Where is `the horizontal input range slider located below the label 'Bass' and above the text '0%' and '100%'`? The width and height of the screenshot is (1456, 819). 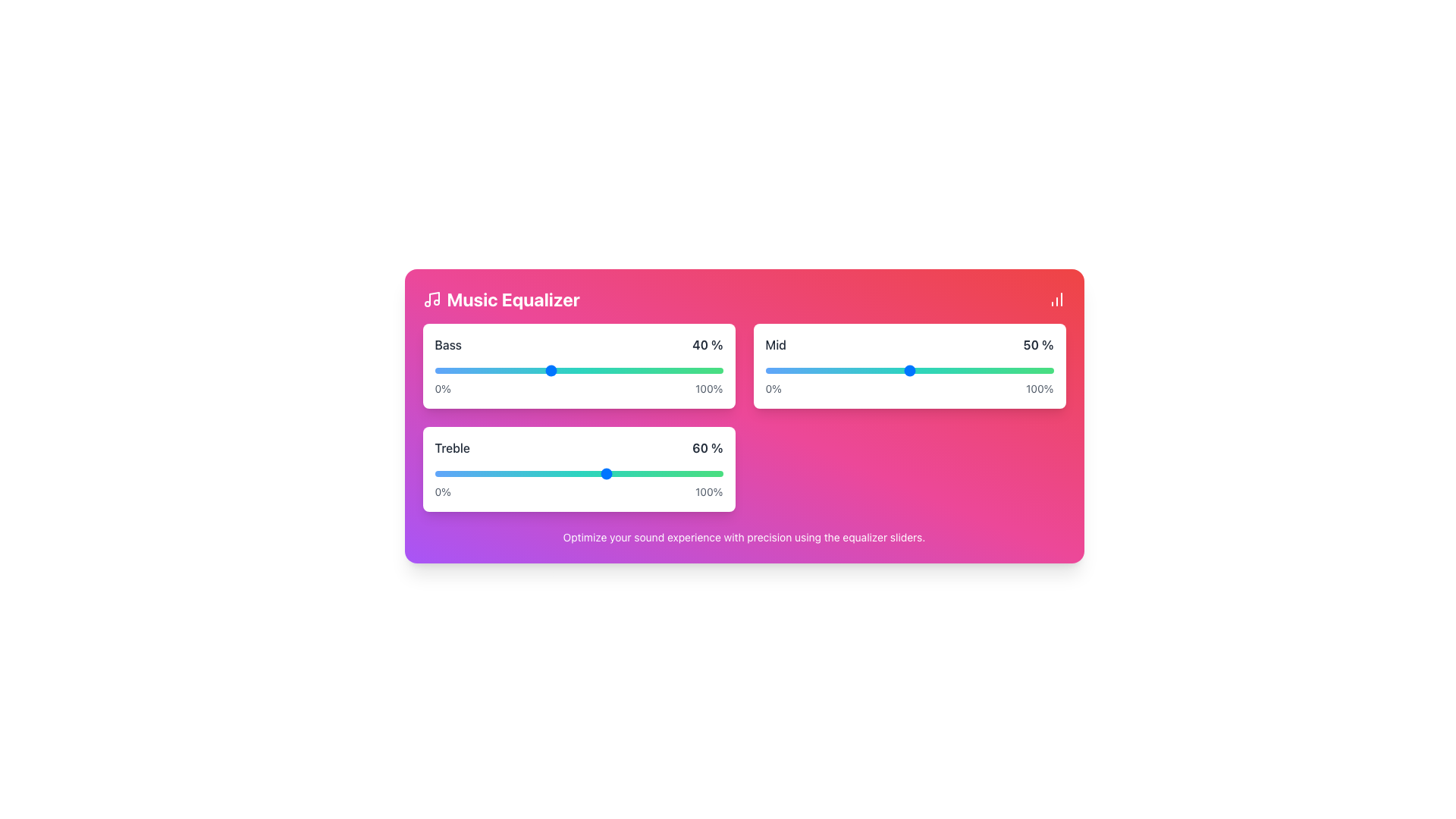 the horizontal input range slider located below the label 'Bass' and above the text '0%' and '100%' is located at coordinates (578, 371).